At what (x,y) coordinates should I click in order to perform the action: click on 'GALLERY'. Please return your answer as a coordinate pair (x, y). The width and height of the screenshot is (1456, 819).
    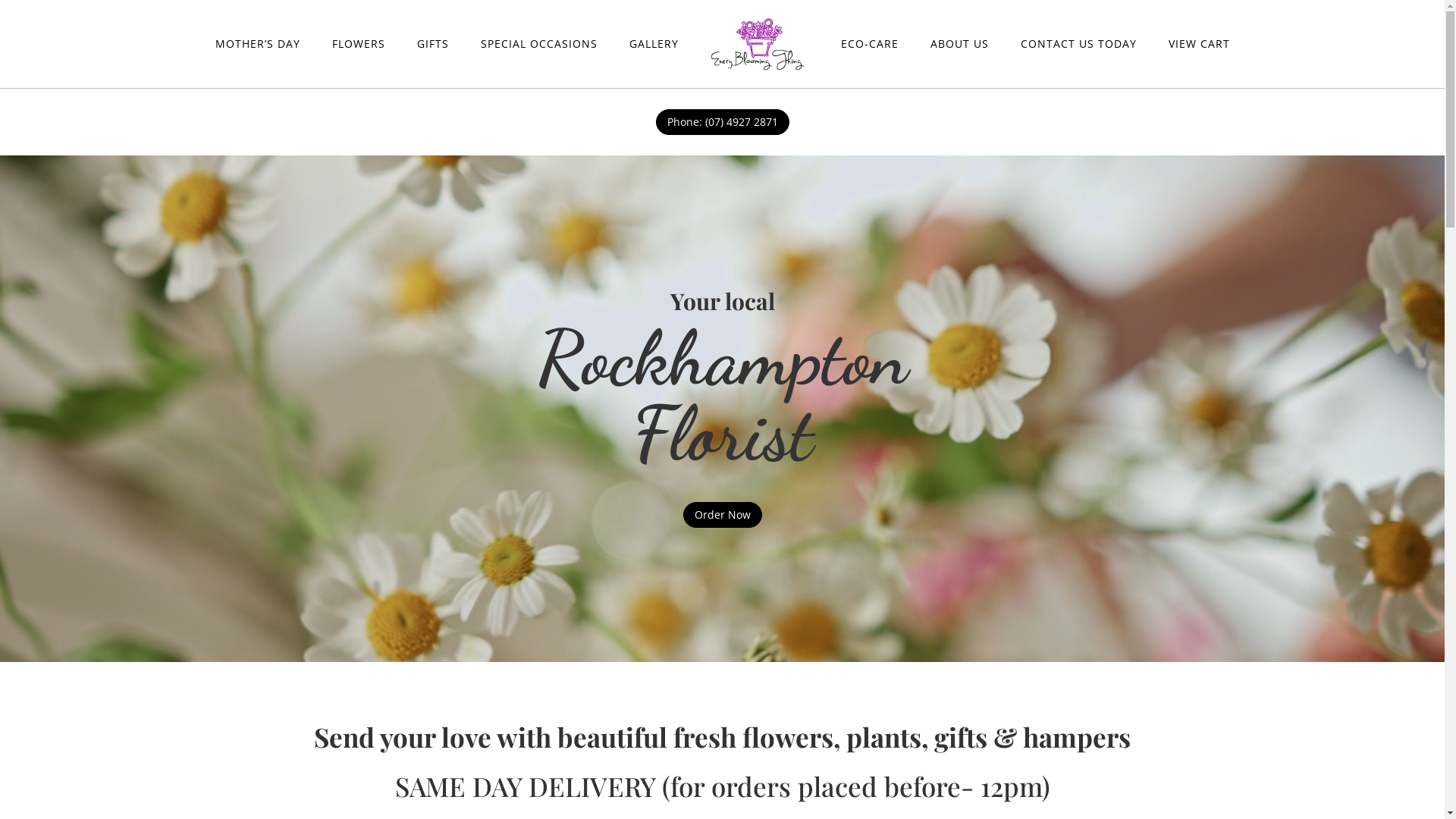
    Looking at the image, I should click on (654, 42).